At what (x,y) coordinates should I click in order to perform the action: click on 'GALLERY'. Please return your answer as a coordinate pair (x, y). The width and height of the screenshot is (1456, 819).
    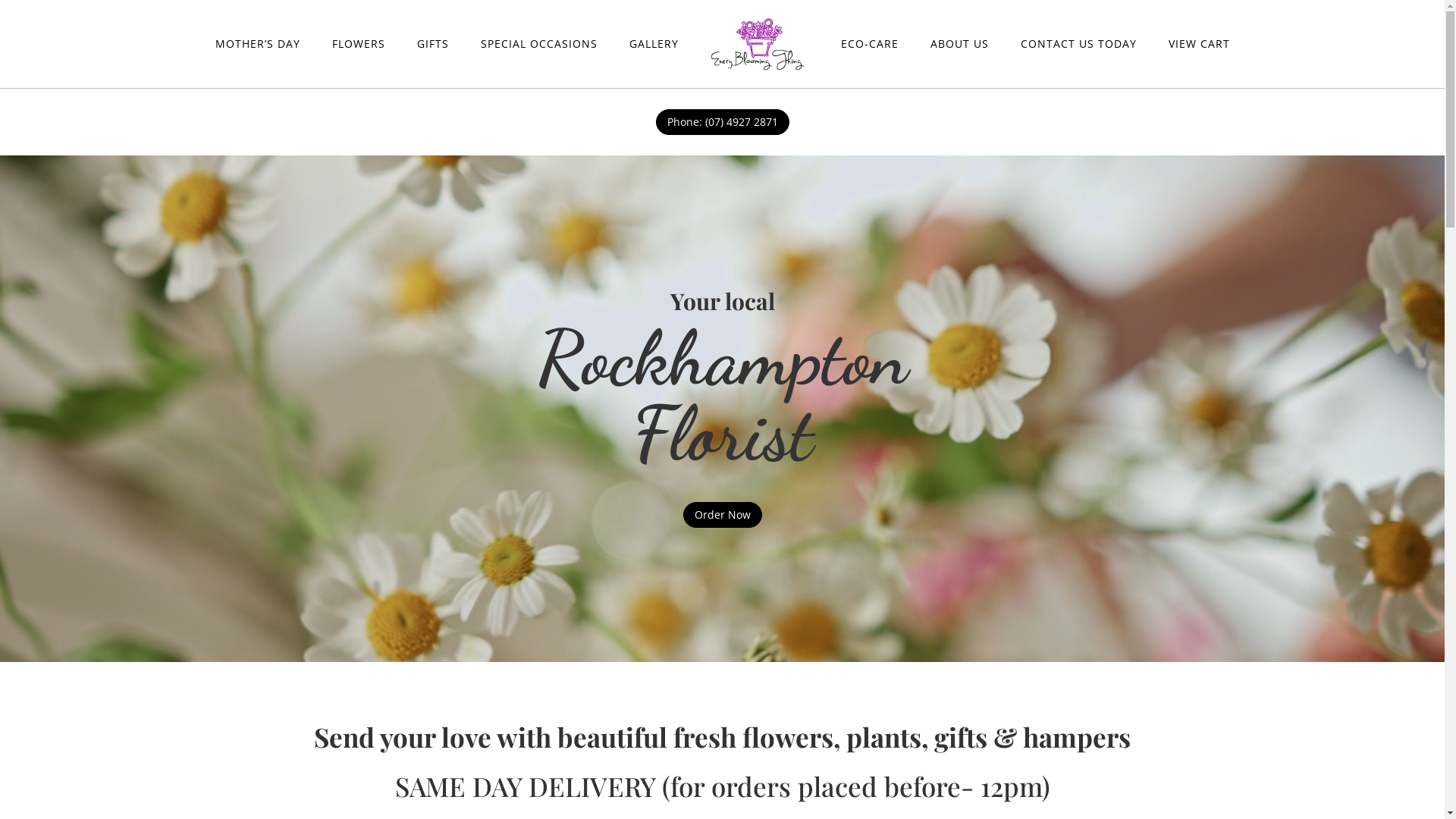
    Looking at the image, I should click on (654, 42).